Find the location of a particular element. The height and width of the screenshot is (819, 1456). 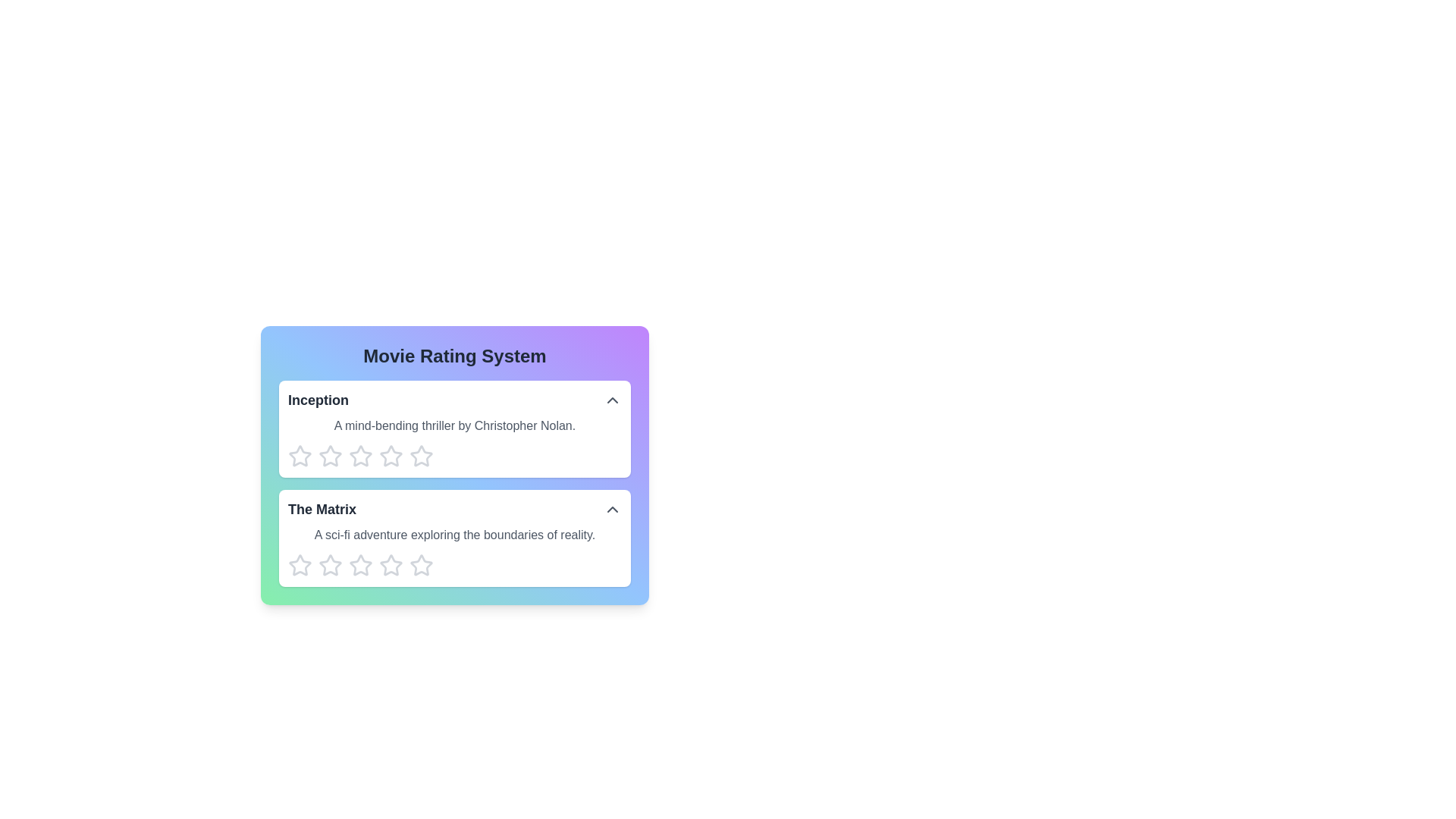

the first star icon in the rating system under the 'Inception' section to observe the scaling effect is located at coordinates (300, 455).